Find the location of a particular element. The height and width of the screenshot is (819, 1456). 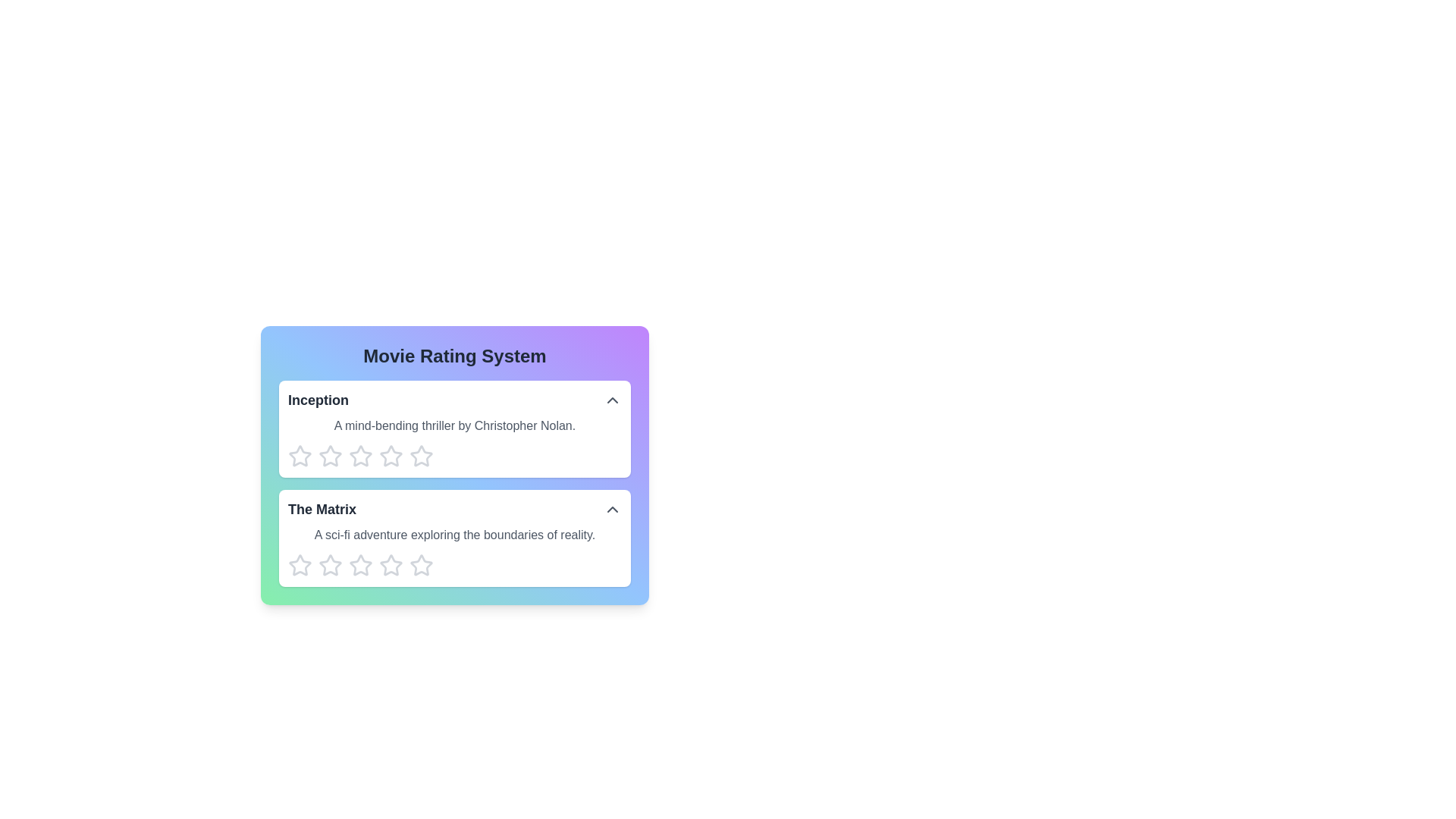

the first star icon in the rating system under the 'Inception' section to observe the scaling effect is located at coordinates (300, 455).